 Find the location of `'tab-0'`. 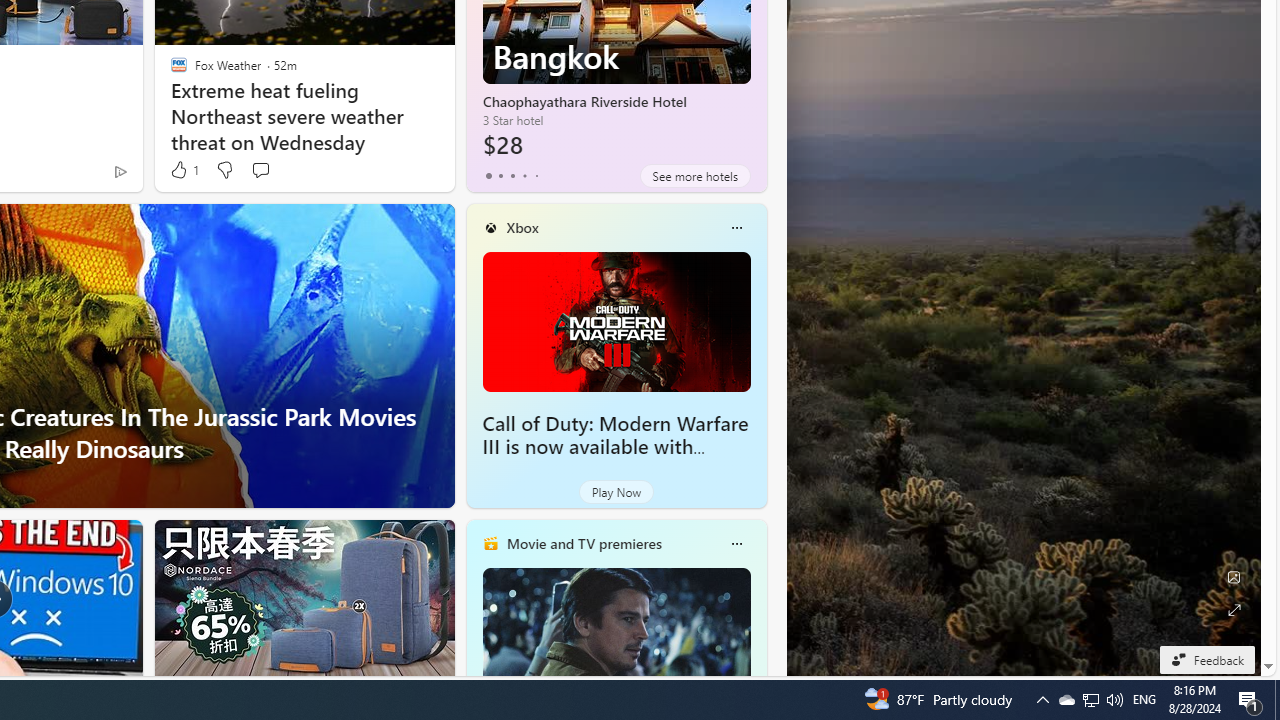

'tab-0' is located at coordinates (488, 175).